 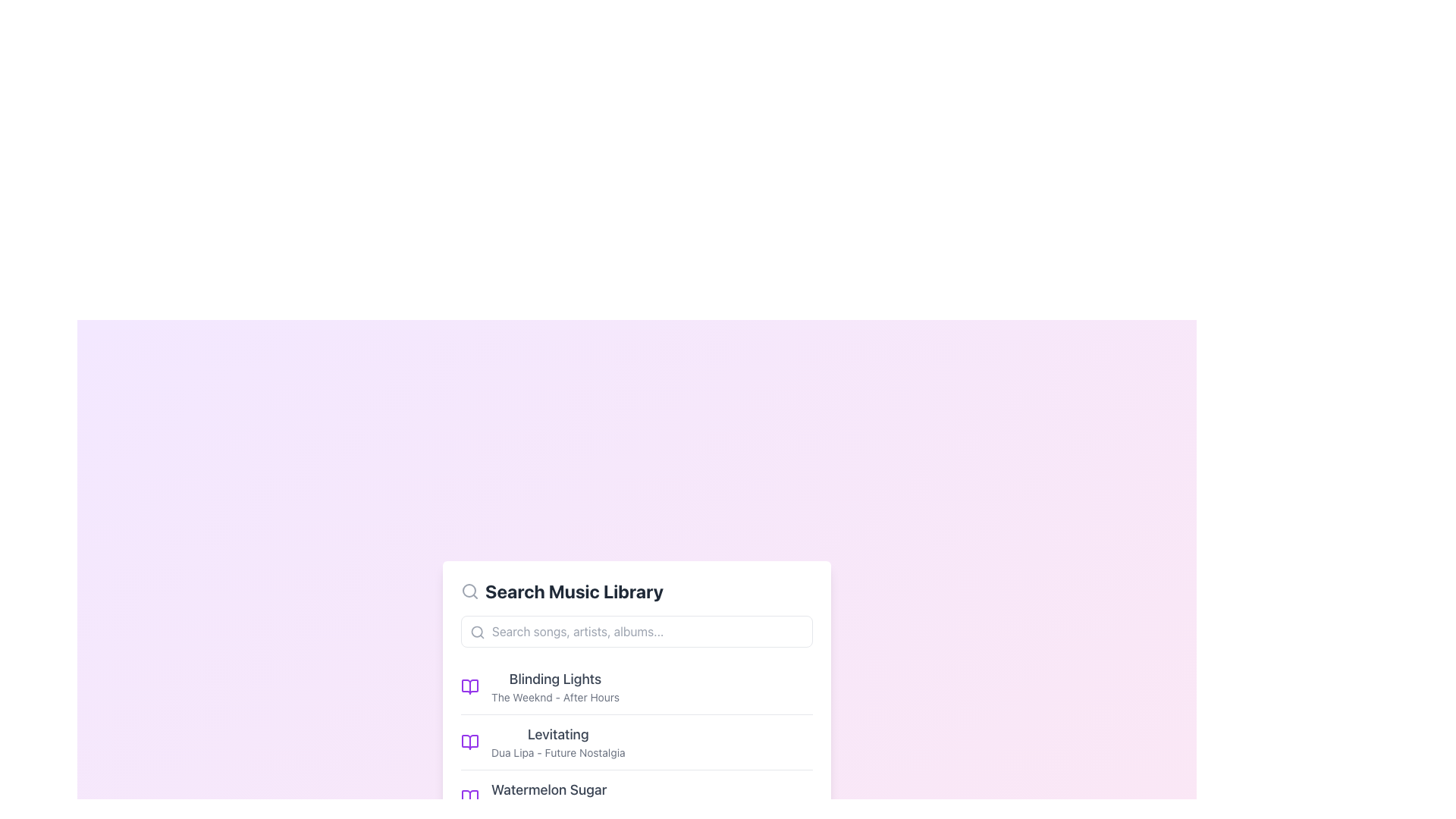 What do you see at coordinates (637, 631) in the screenshot?
I see `the search input box located below the 'Search Music Library' header to trigger a visual change` at bounding box center [637, 631].